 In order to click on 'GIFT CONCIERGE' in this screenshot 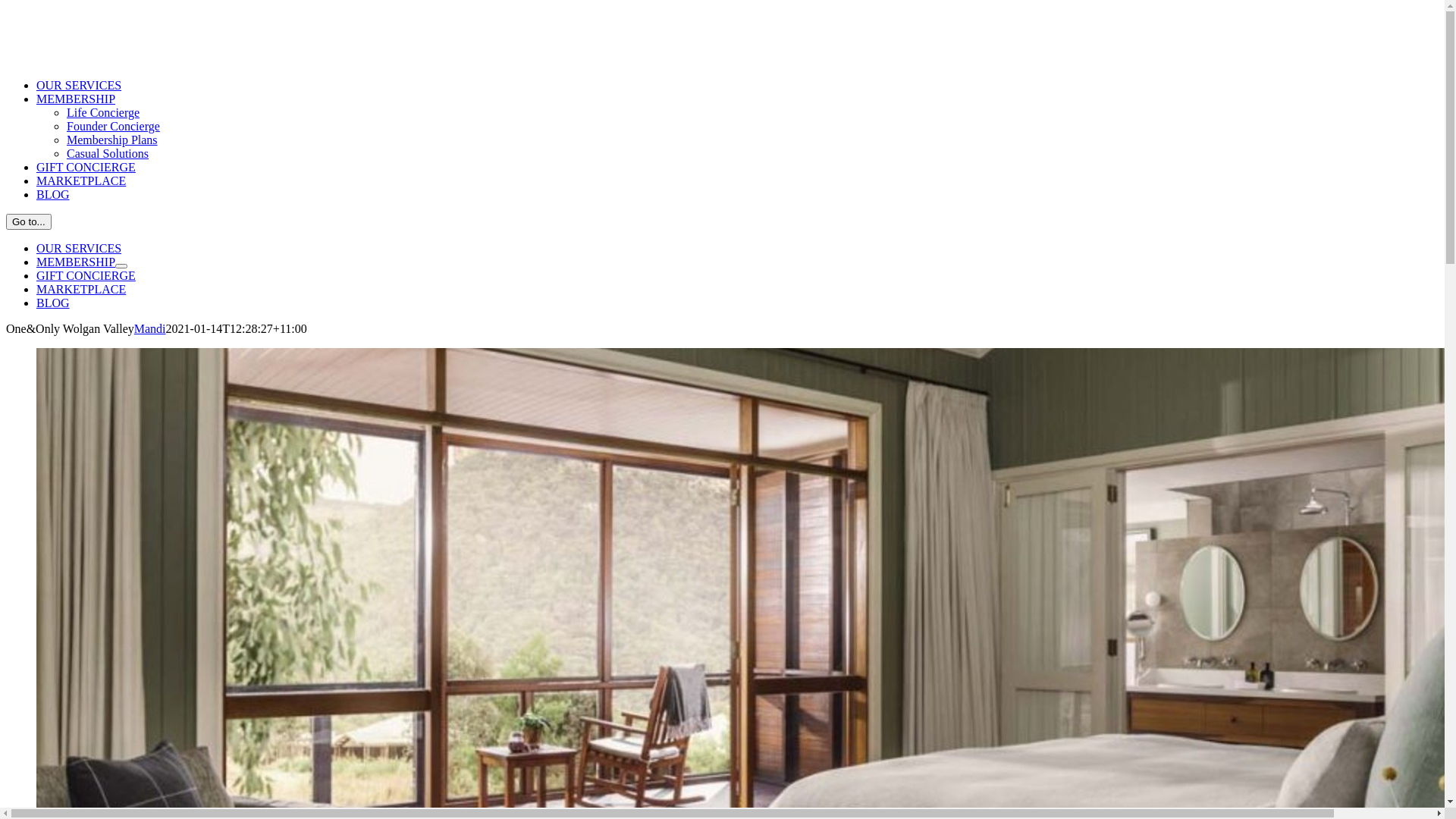, I will do `click(85, 167)`.